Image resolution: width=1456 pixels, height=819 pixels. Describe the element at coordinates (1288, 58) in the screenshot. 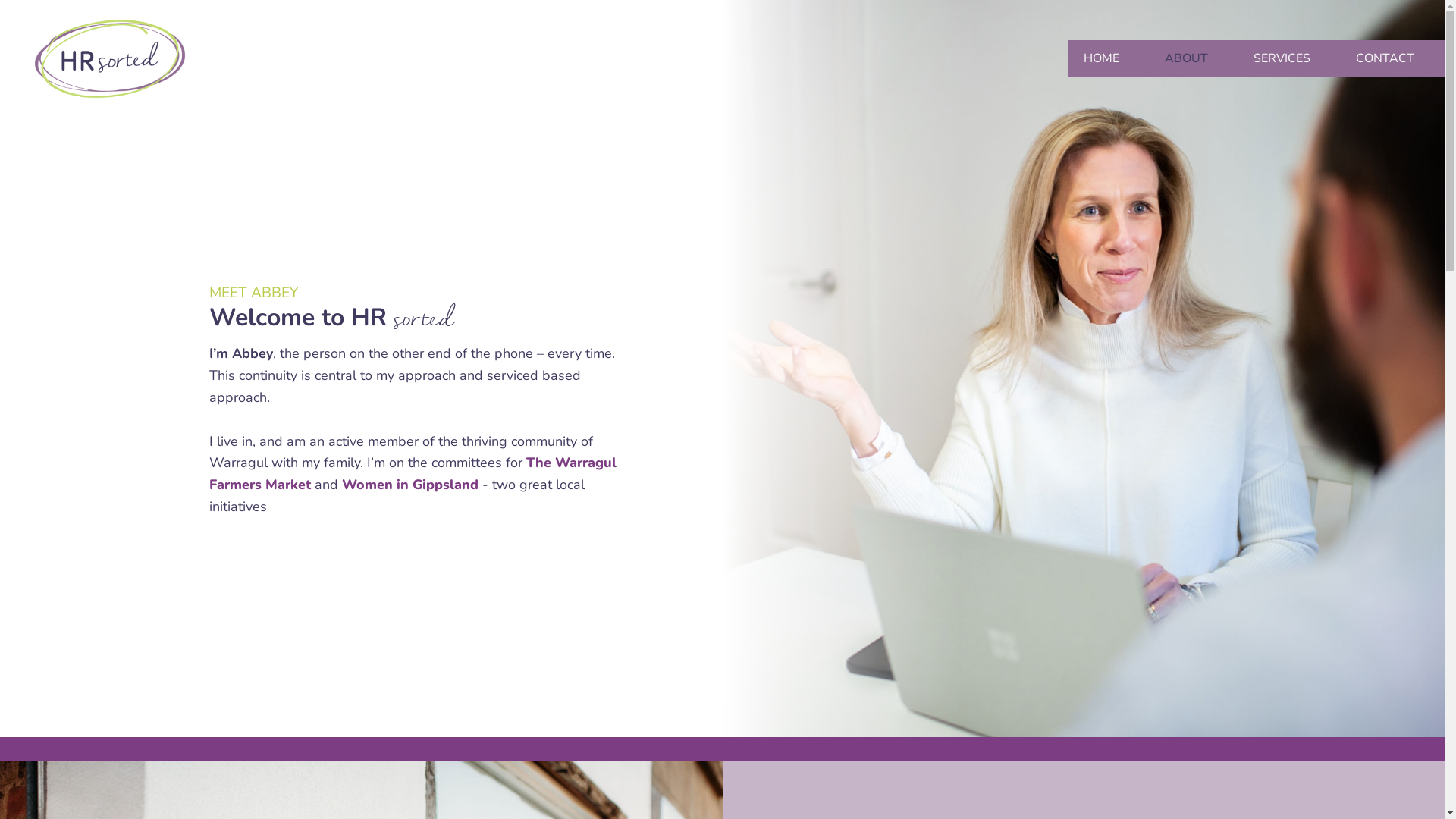

I see `'SERVICES'` at that location.